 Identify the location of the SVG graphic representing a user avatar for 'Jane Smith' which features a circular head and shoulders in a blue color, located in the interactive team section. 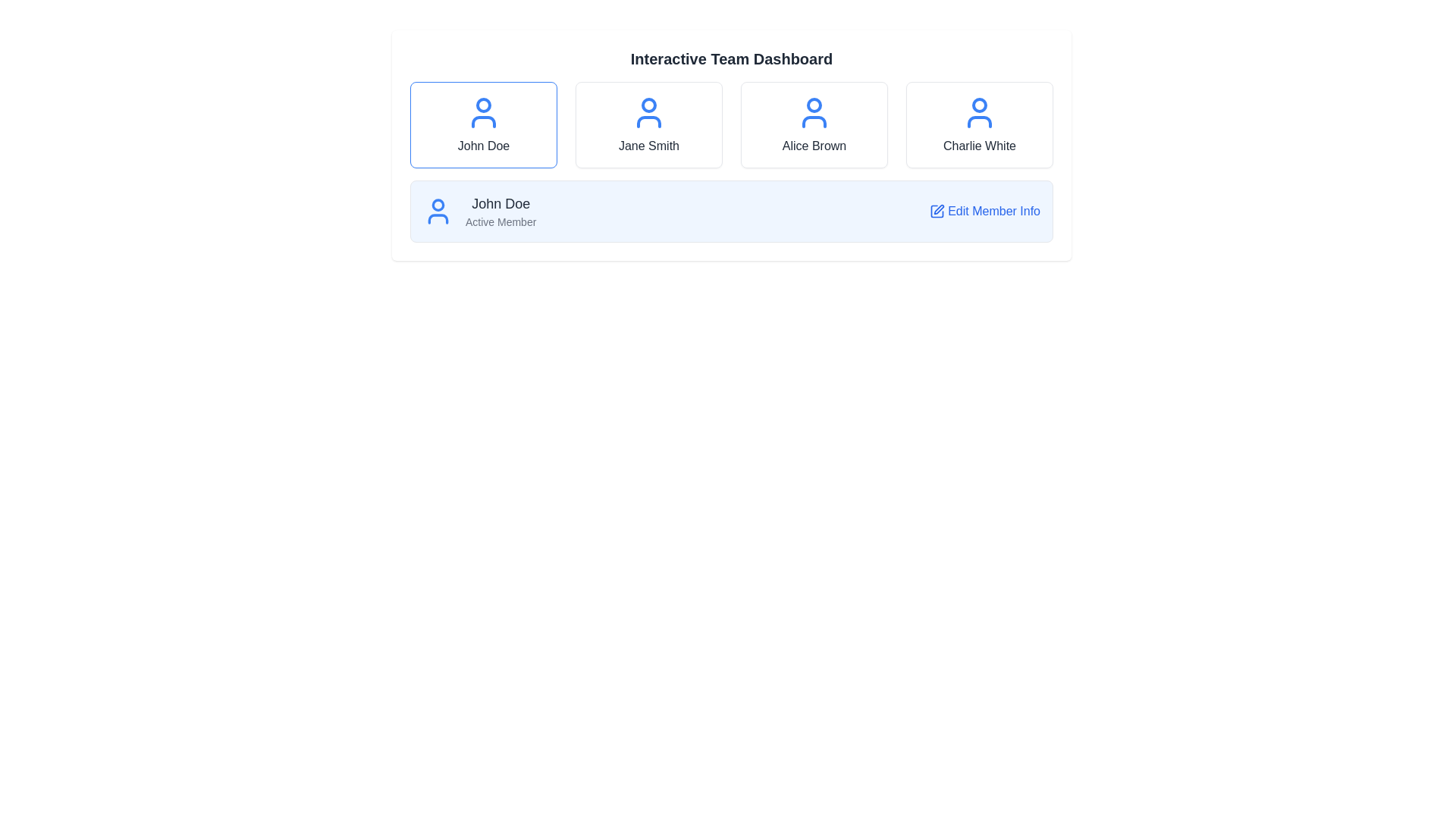
(648, 112).